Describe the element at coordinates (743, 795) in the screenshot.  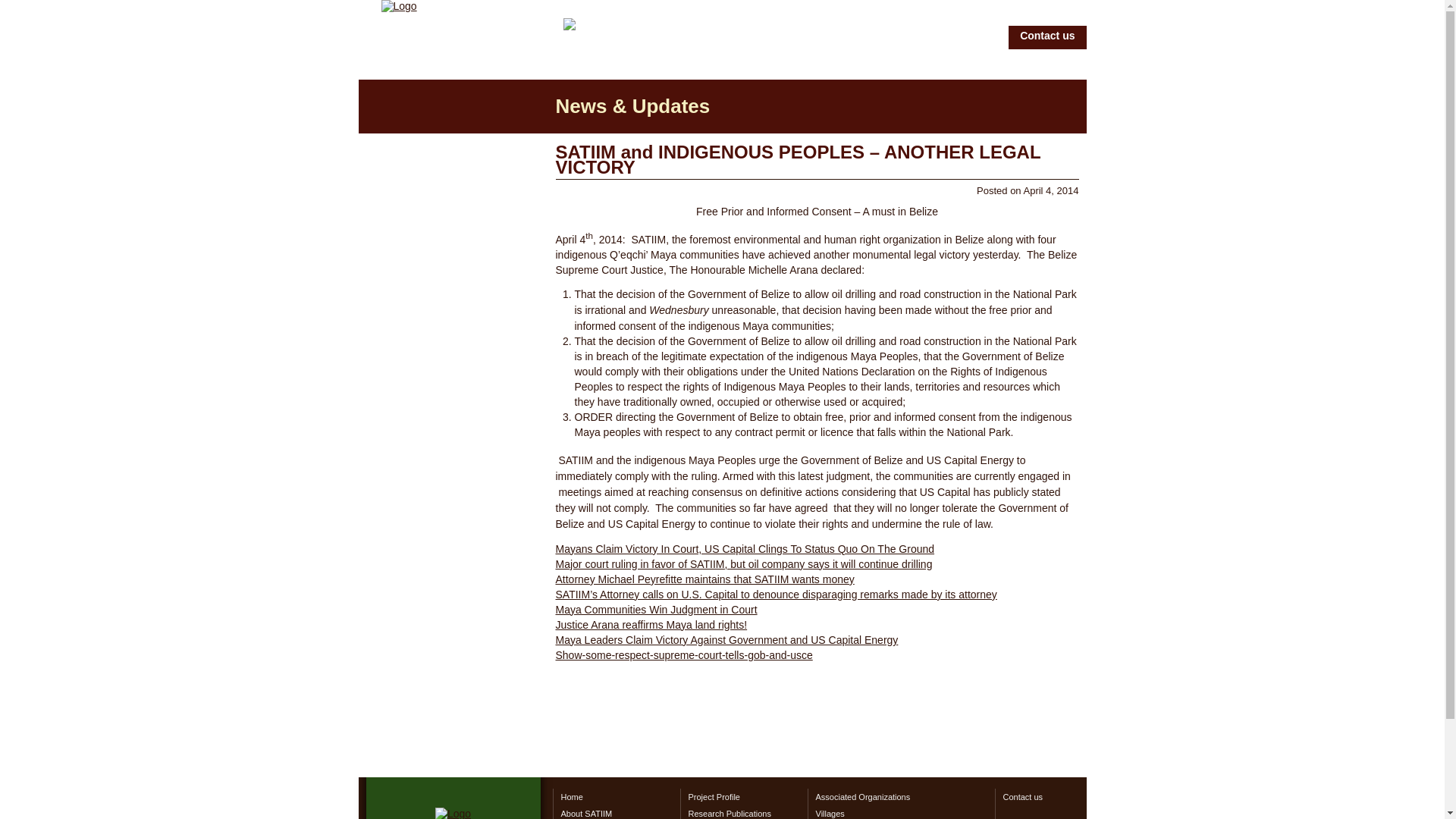
I see `'Project Profile'` at that location.